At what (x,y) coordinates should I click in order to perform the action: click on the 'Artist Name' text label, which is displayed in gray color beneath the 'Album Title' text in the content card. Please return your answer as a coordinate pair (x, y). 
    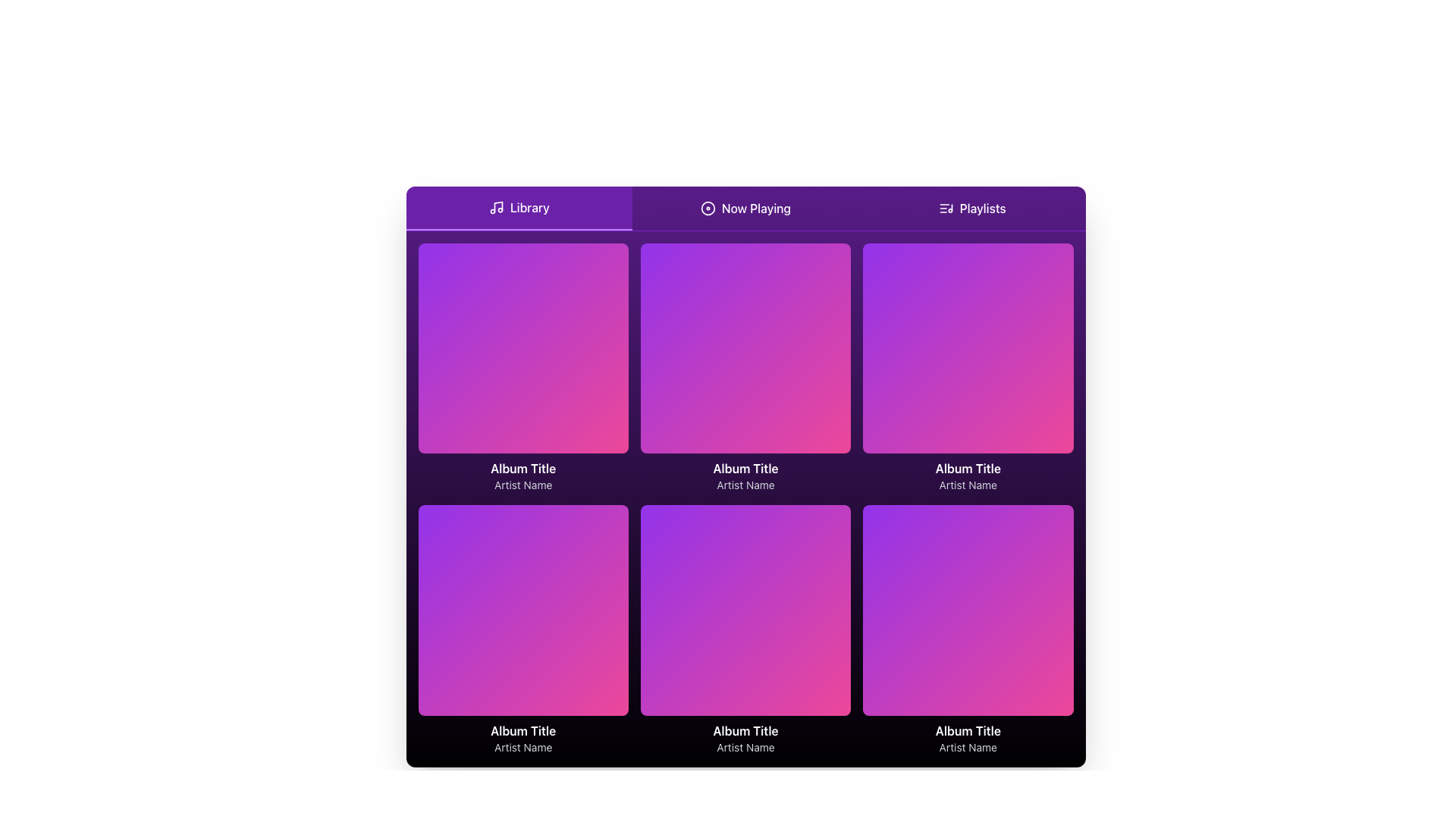
    Looking at the image, I should click on (523, 746).